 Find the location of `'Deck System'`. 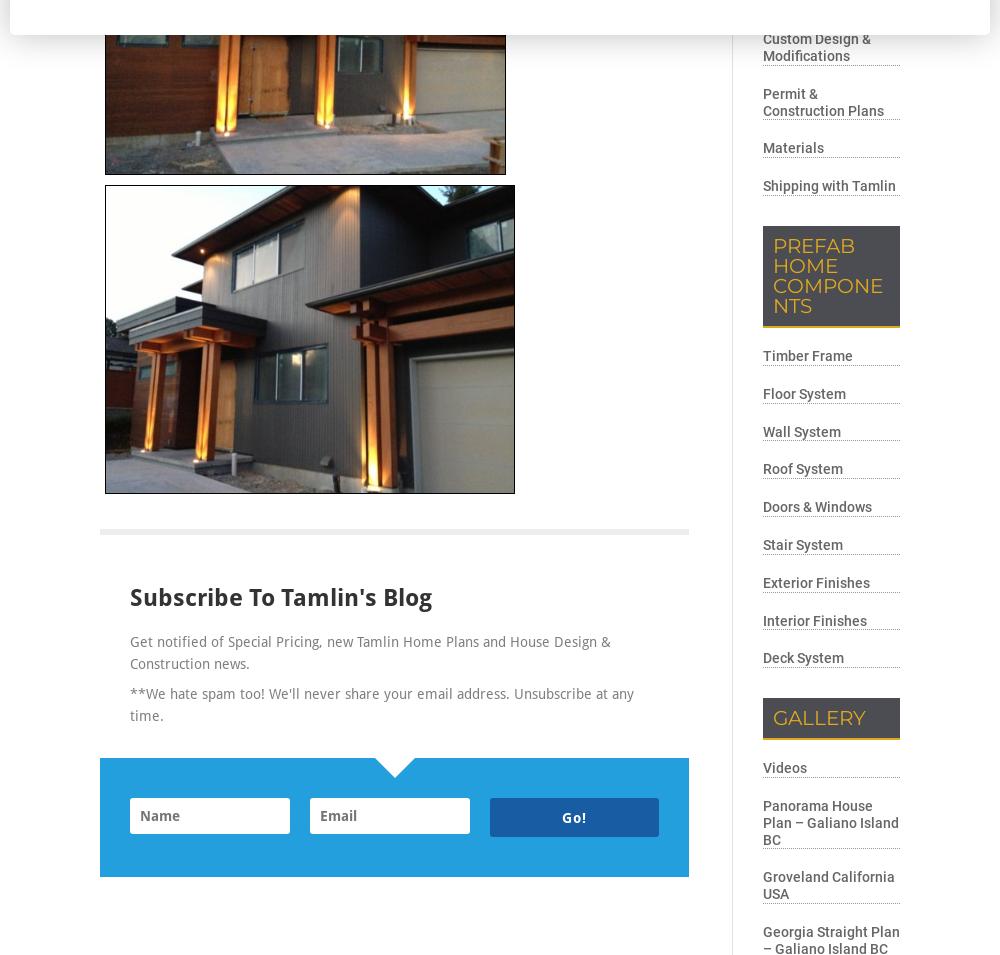

'Deck System' is located at coordinates (803, 656).